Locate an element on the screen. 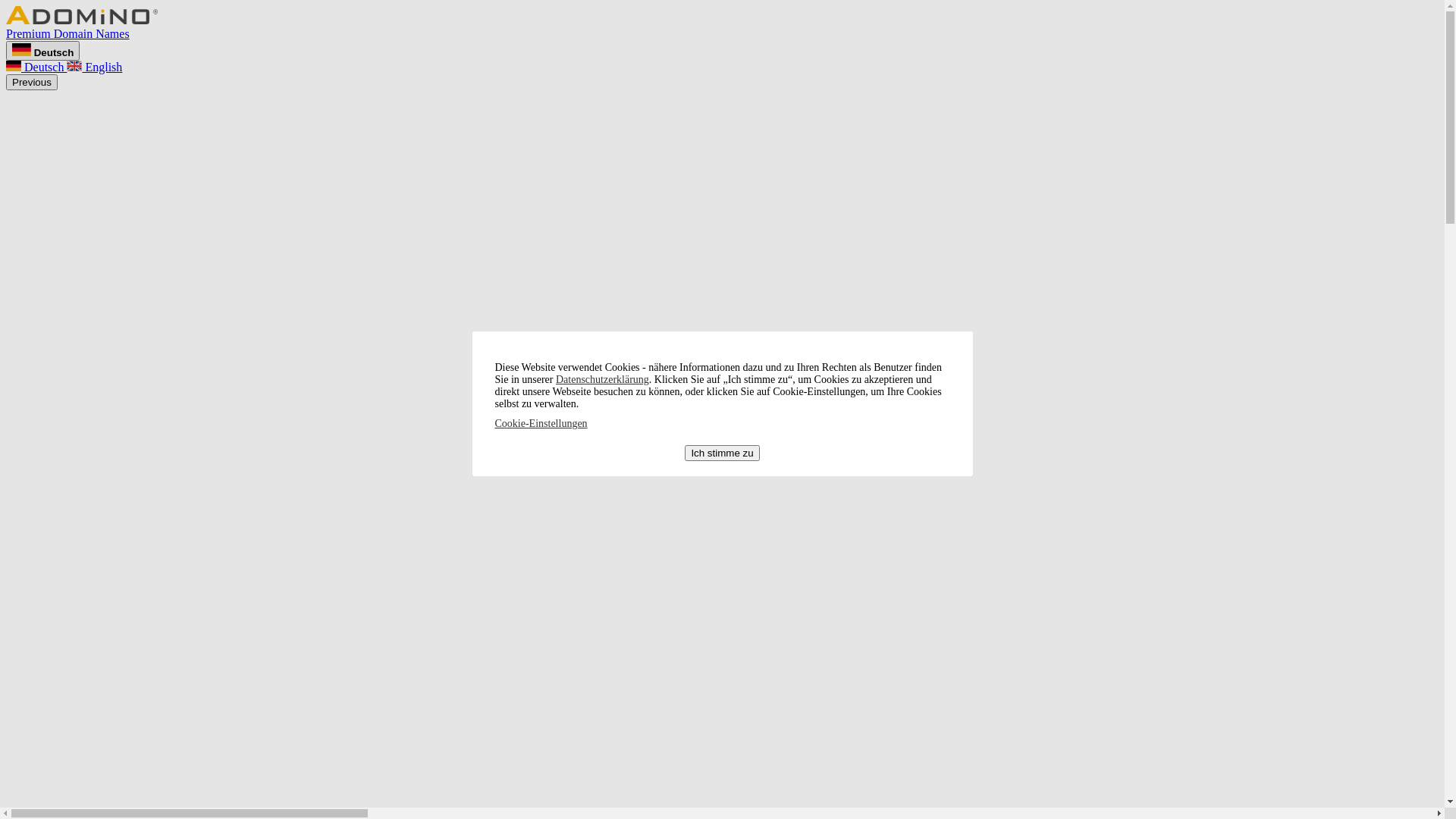  'Premium Domain Names' is located at coordinates (721, 27).